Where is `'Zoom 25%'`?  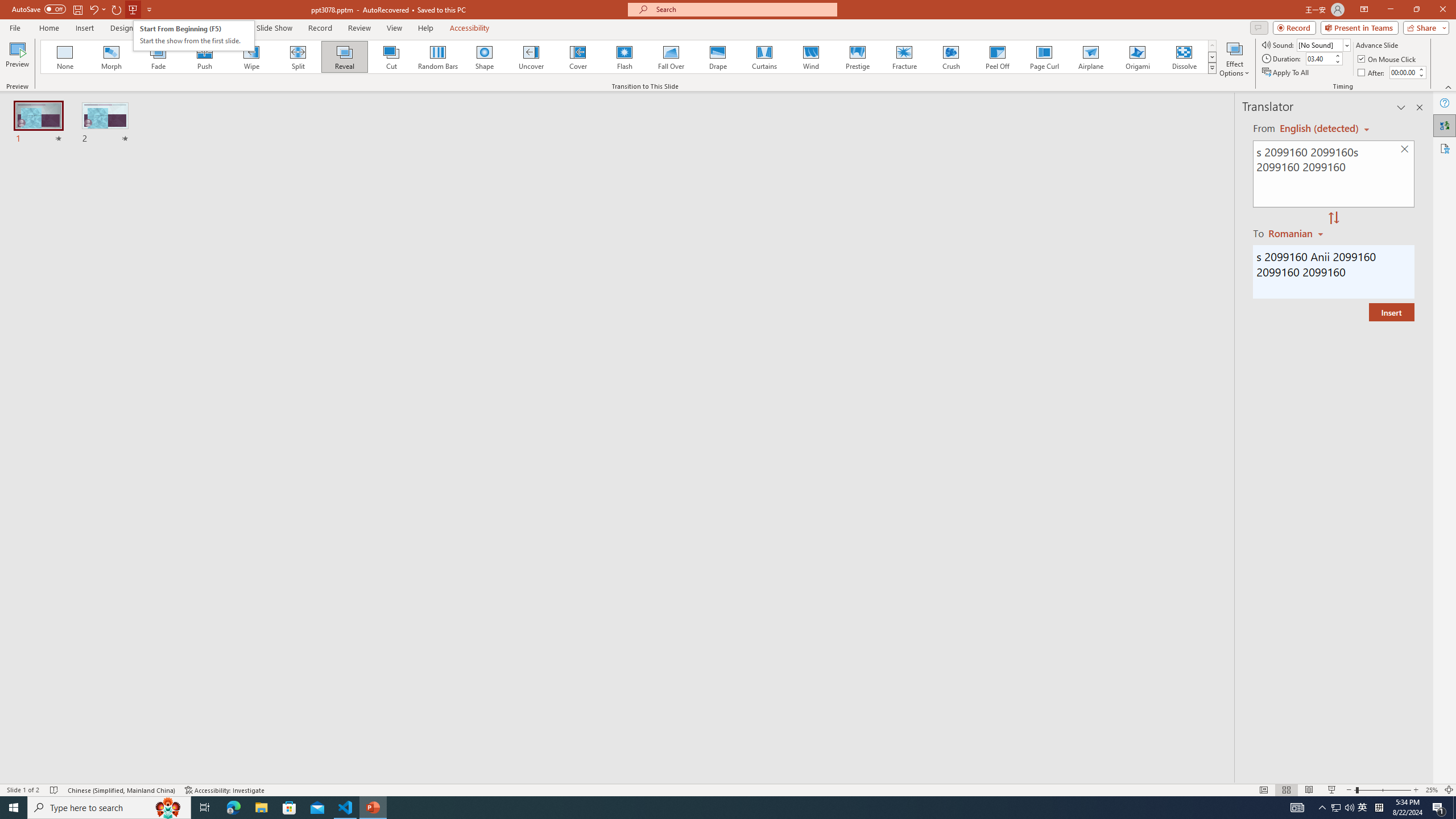 'Zoom 25%' is located at coordinates (1431, 790).